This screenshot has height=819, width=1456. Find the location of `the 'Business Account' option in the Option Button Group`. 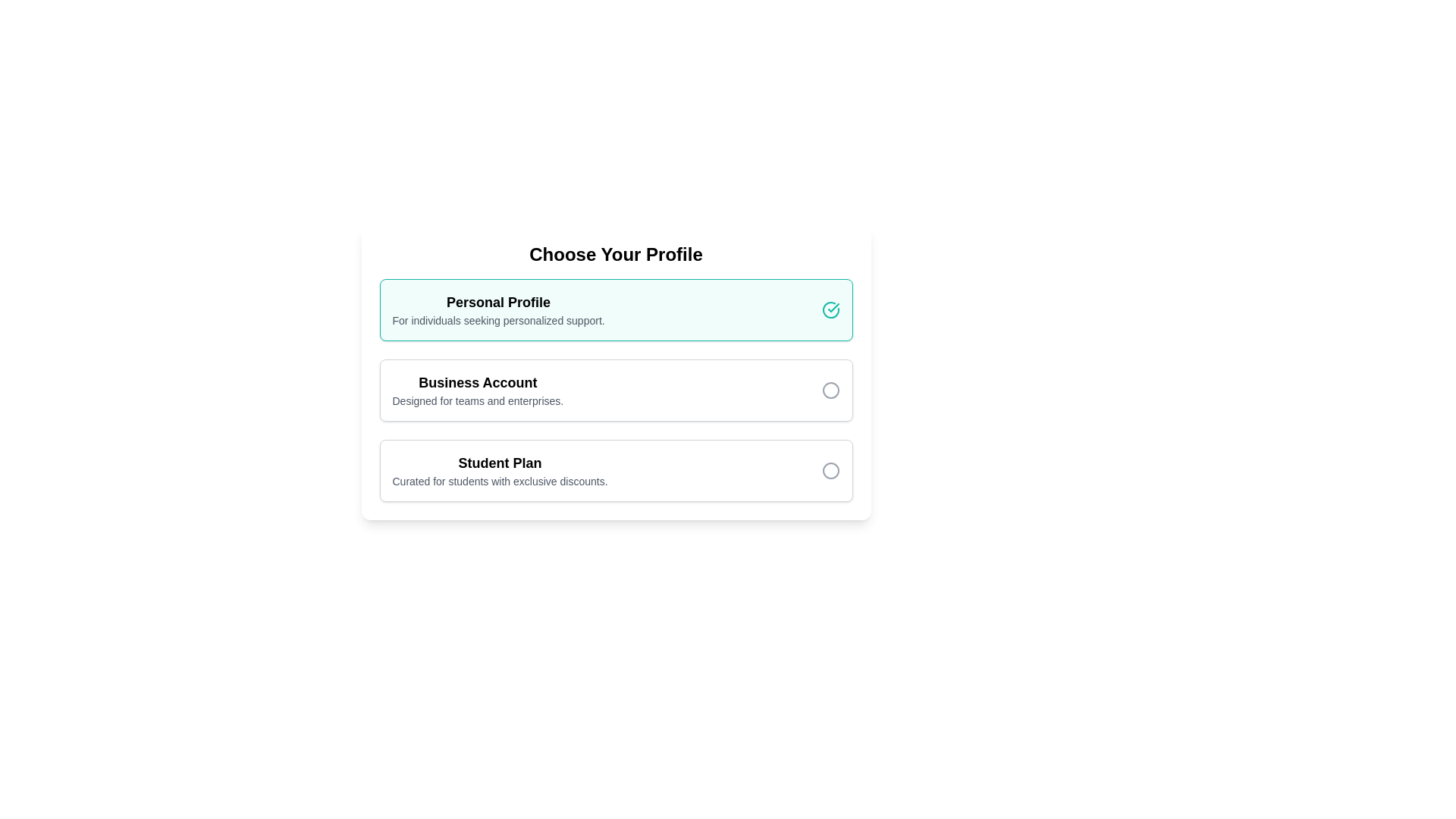

the 'Business Account' option in the Option Button Group is located at coordinates (616, 372).